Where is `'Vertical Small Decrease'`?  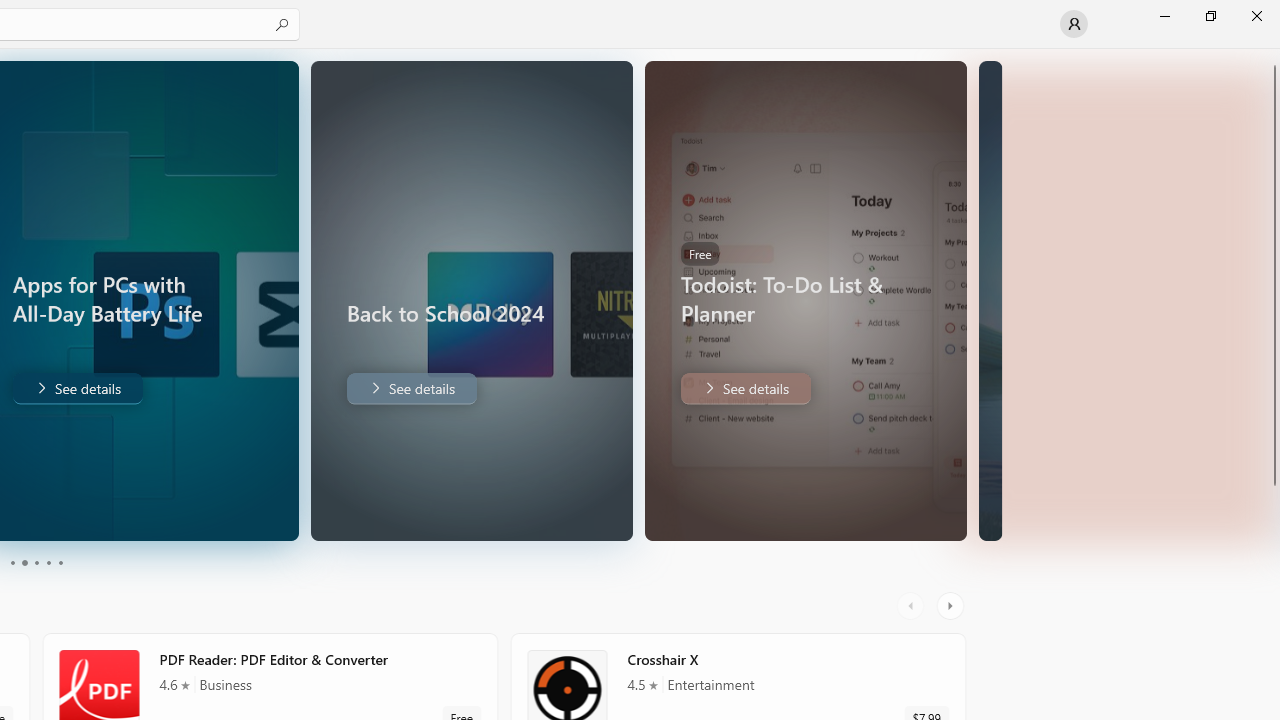
'Vertical Small Decrease' is located at coordinates (1271, 54).